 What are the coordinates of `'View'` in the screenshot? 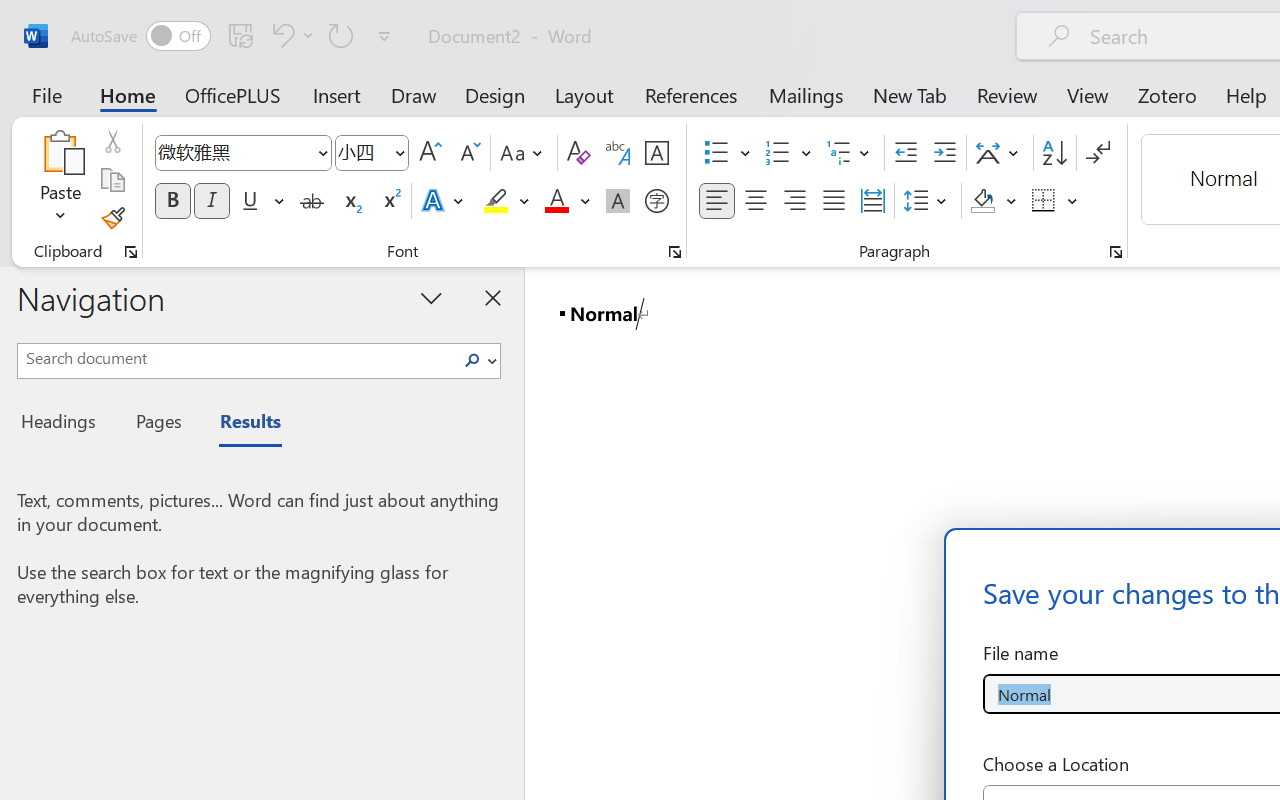 It's located at (1087, 94).